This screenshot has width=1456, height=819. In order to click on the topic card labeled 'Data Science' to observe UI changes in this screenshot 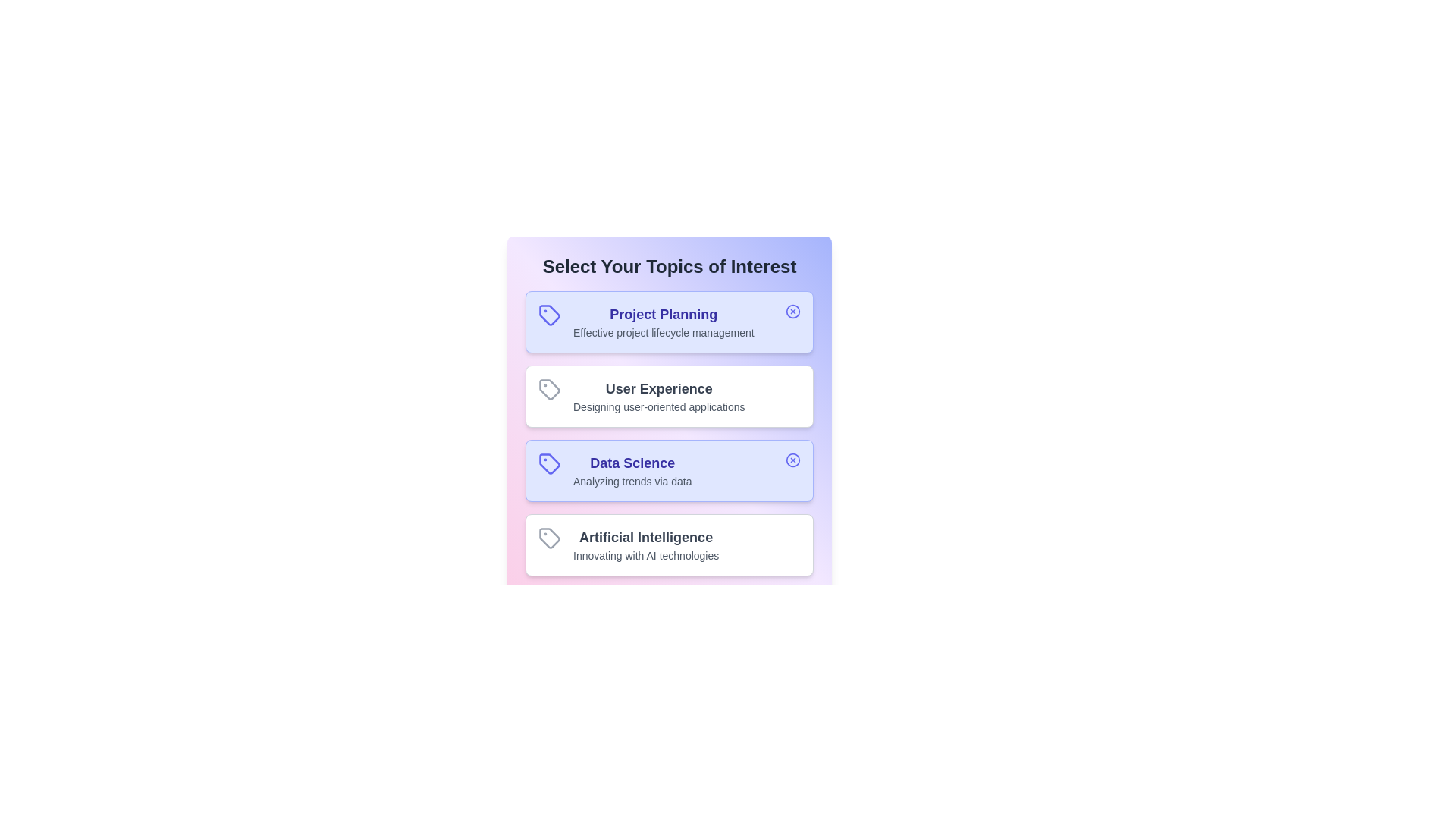, I will do `click(669, 470)`.